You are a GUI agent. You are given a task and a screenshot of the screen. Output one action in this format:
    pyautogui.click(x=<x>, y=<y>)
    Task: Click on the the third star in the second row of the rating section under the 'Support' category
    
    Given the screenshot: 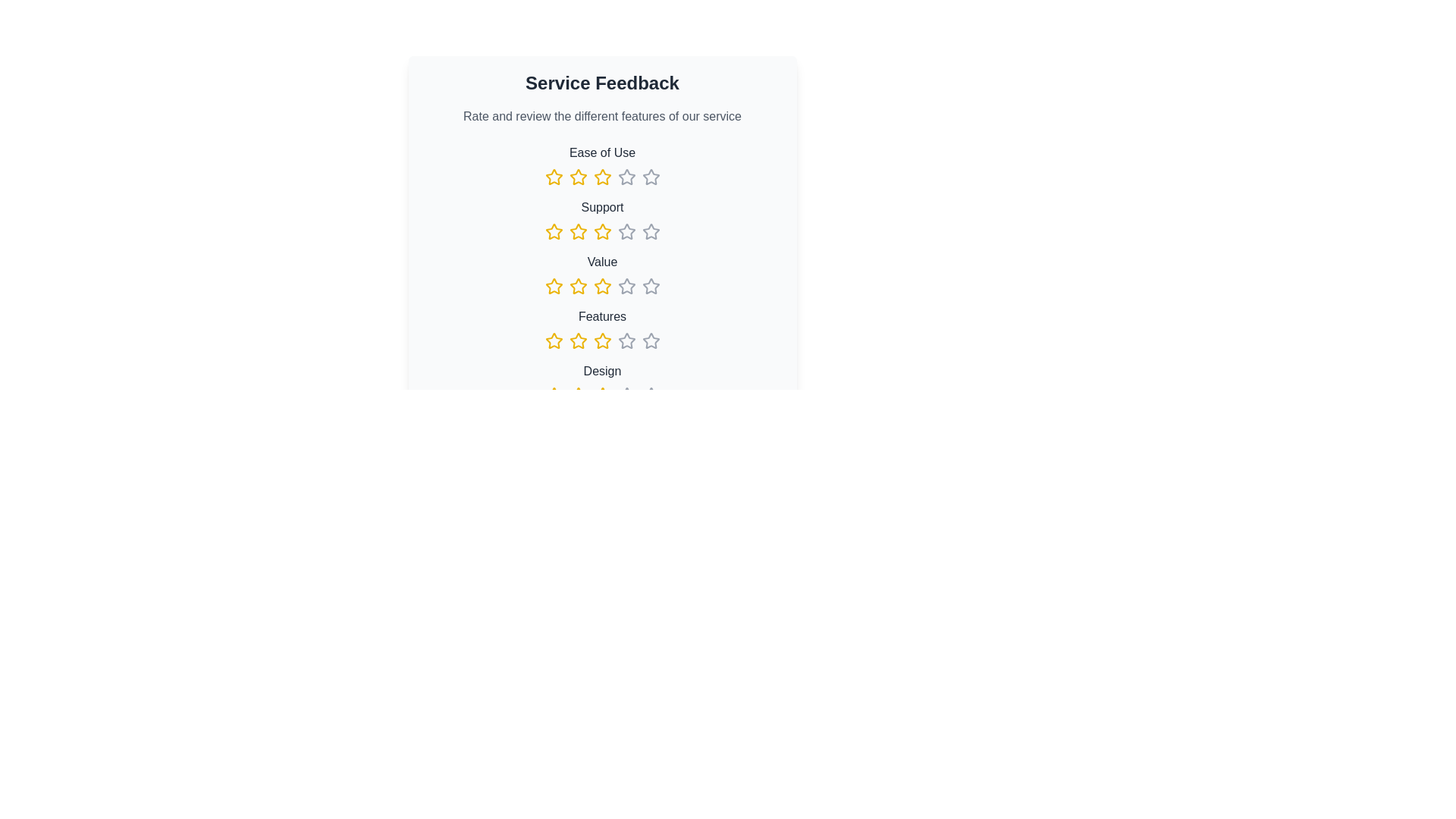 What is the action you would take?
    pyautogui.click(x=626, y=231)
    